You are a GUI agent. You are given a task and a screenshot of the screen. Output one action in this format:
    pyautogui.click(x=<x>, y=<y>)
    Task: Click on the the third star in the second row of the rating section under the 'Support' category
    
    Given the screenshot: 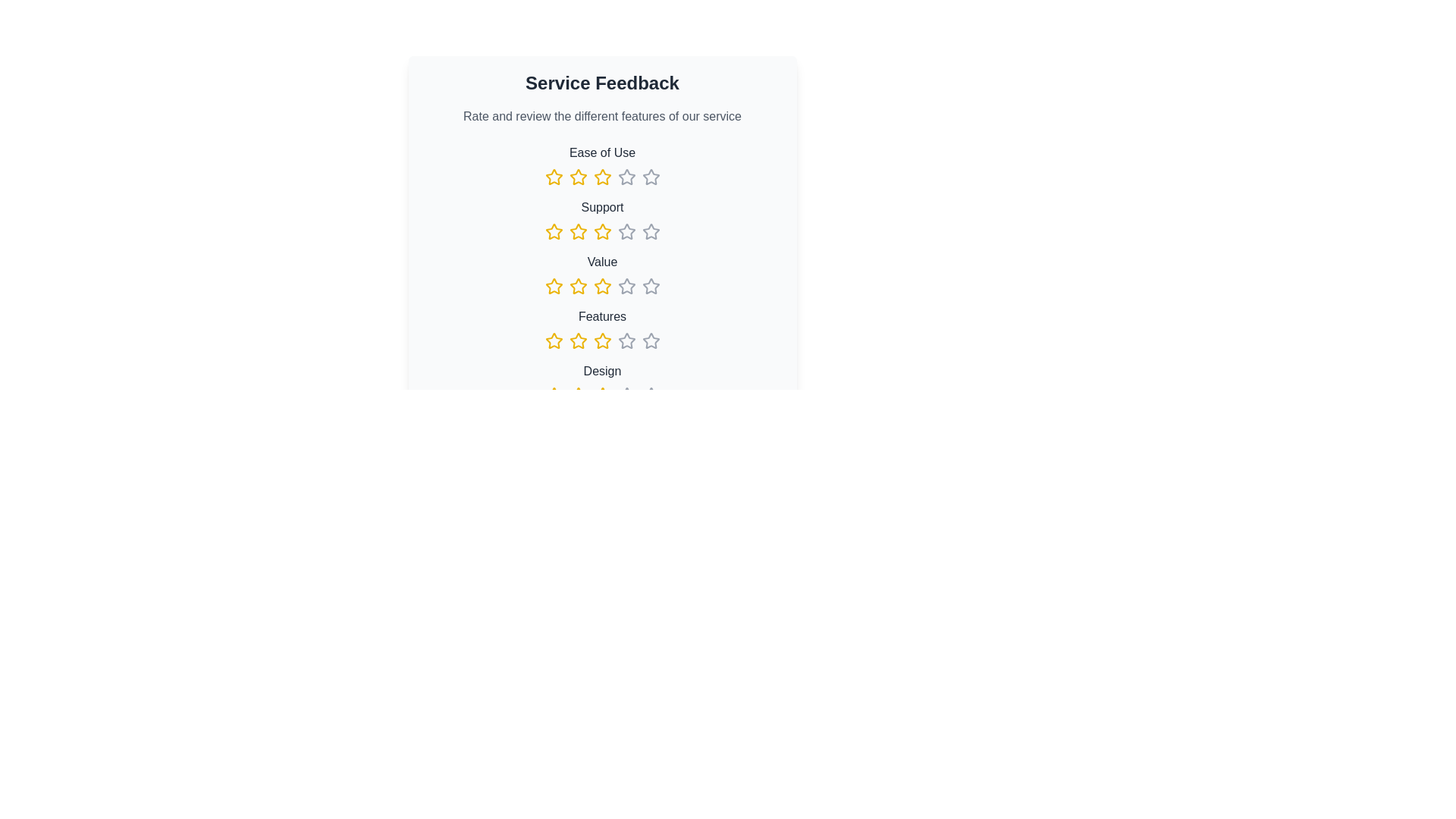 What is the action you would take?
    pyautogui.click(x=626, y=231)
    